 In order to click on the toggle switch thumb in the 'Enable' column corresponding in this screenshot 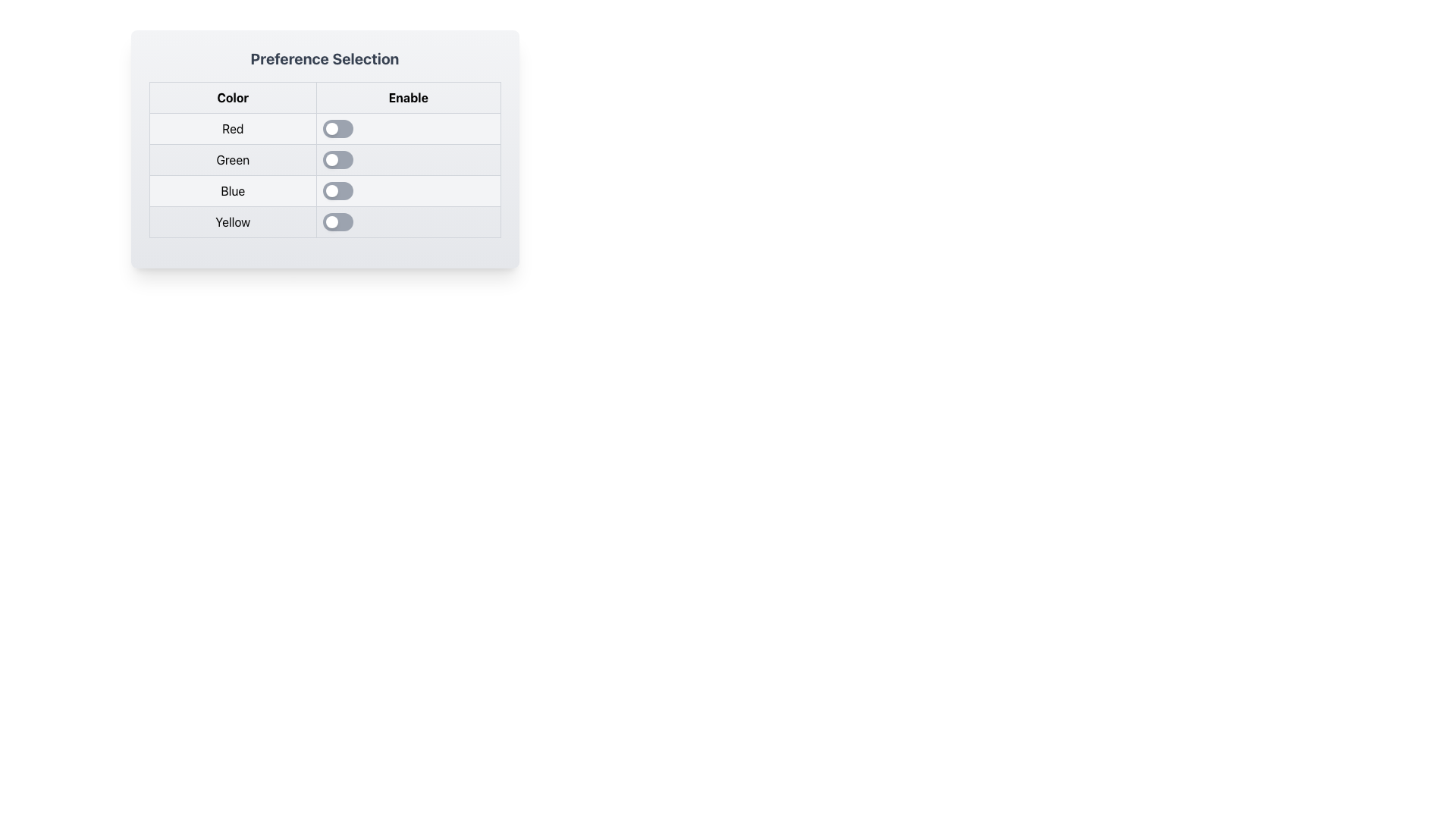, I will do `click(337, 160)`.